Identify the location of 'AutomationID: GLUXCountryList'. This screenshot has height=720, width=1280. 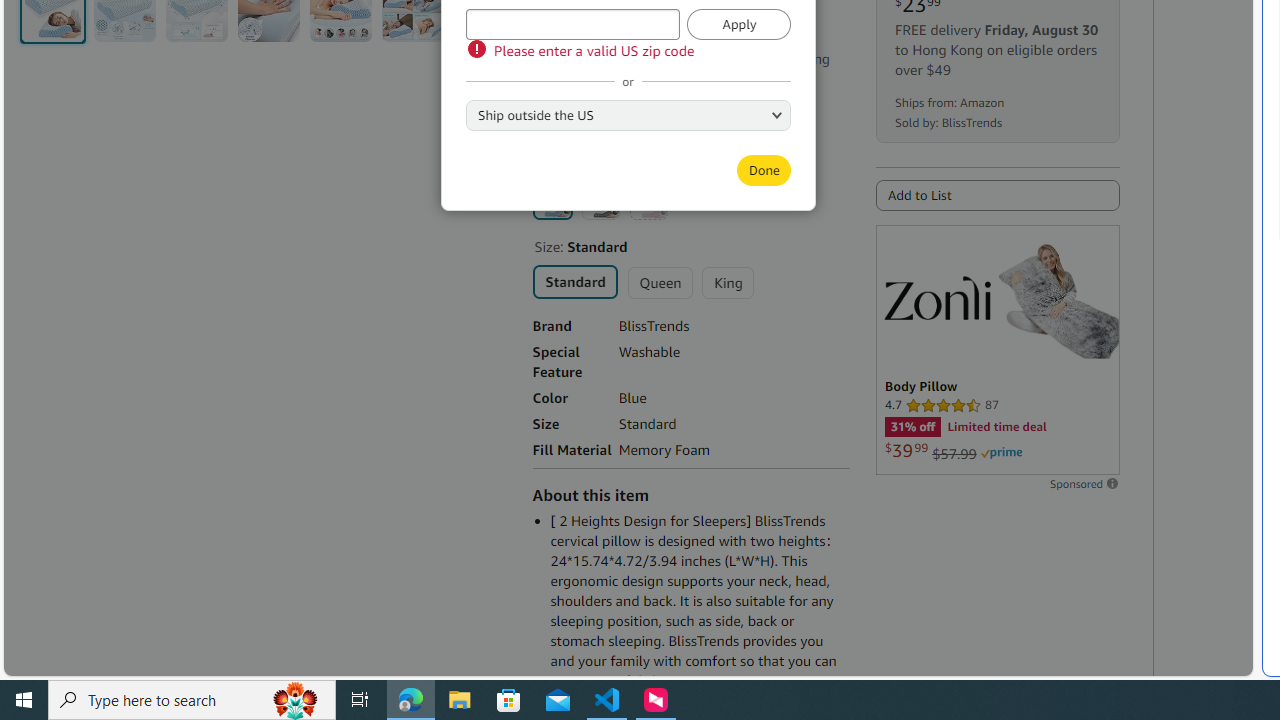
(627, 114).